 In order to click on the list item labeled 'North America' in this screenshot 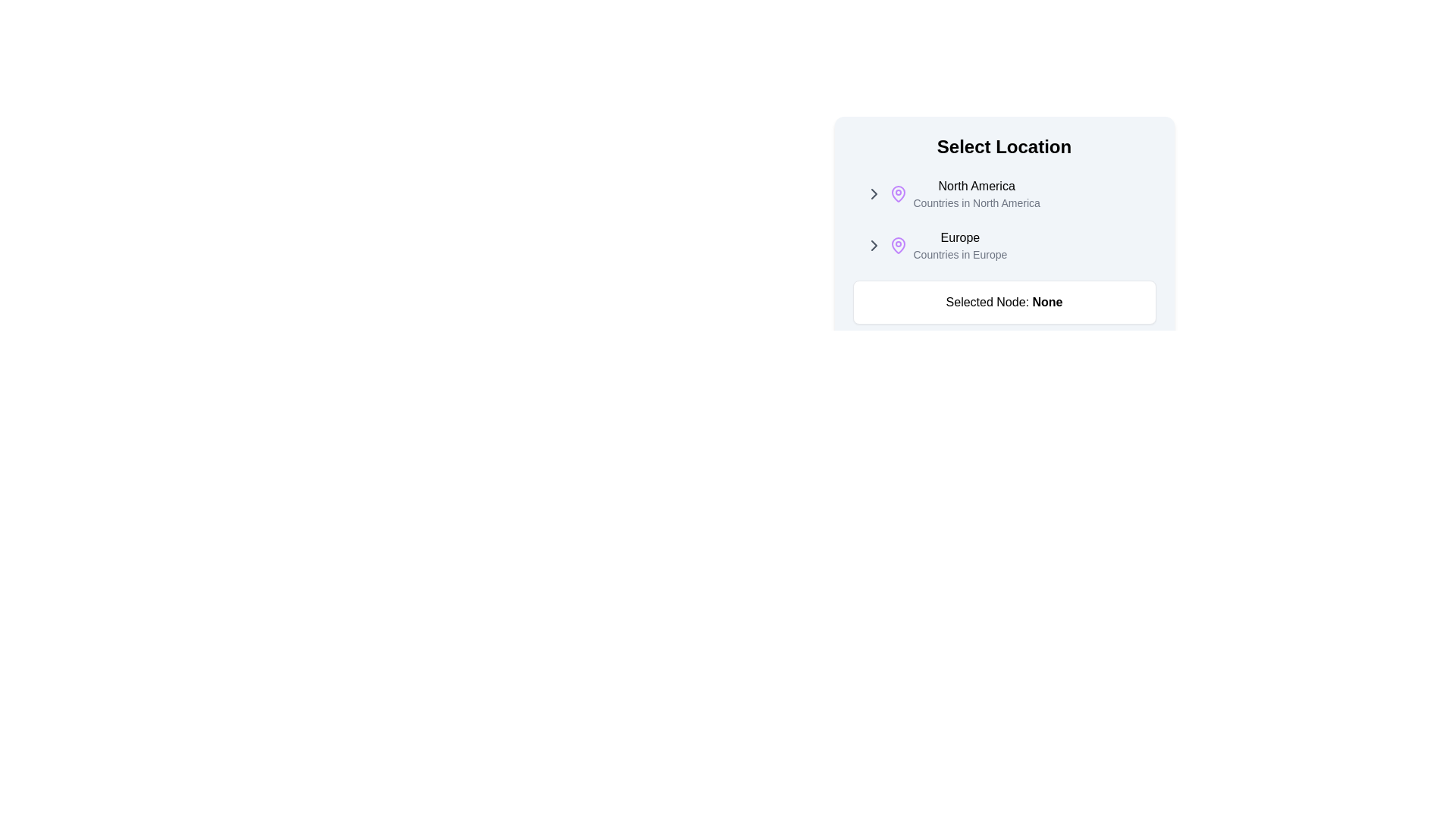, I will do `click(1004, 219)`.